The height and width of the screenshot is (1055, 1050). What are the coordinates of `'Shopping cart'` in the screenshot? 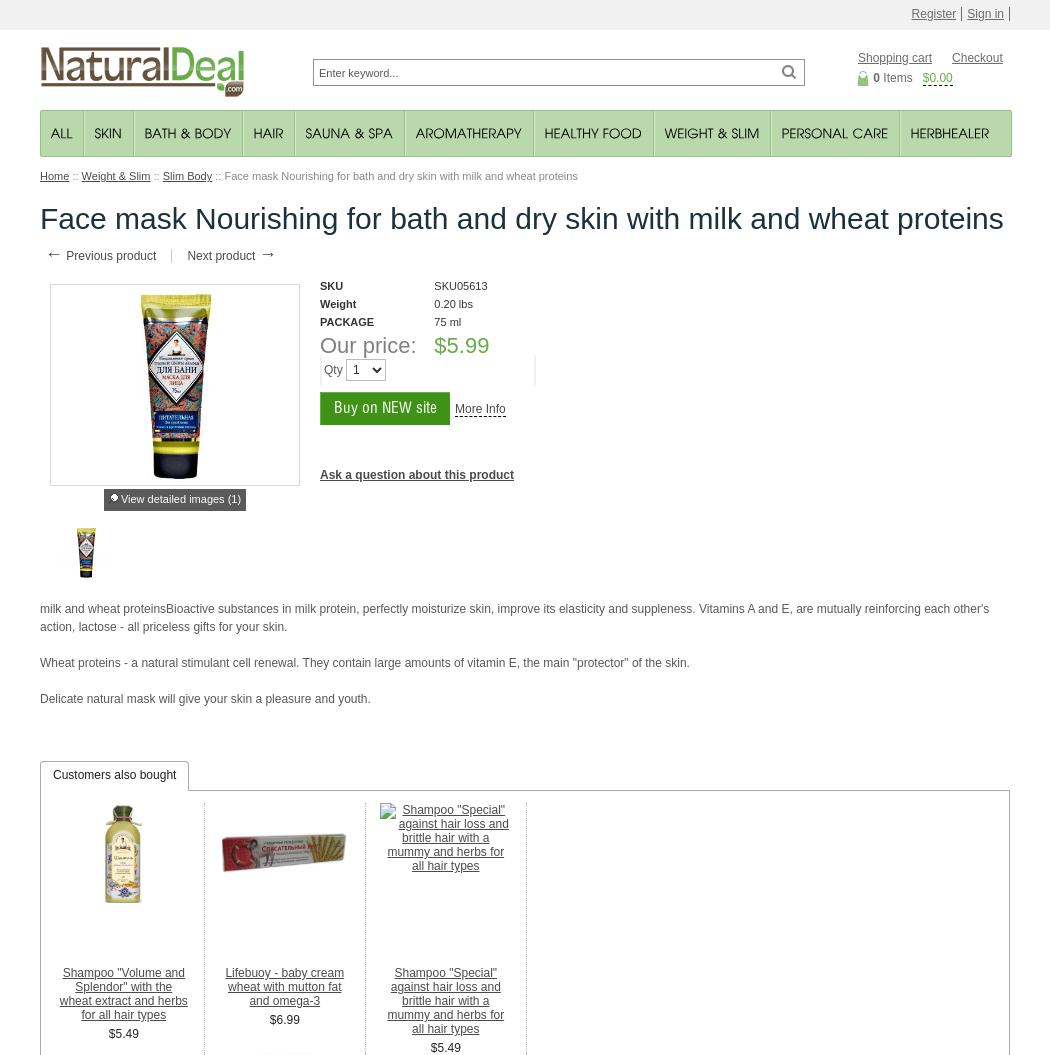 It's located at (894, 58).